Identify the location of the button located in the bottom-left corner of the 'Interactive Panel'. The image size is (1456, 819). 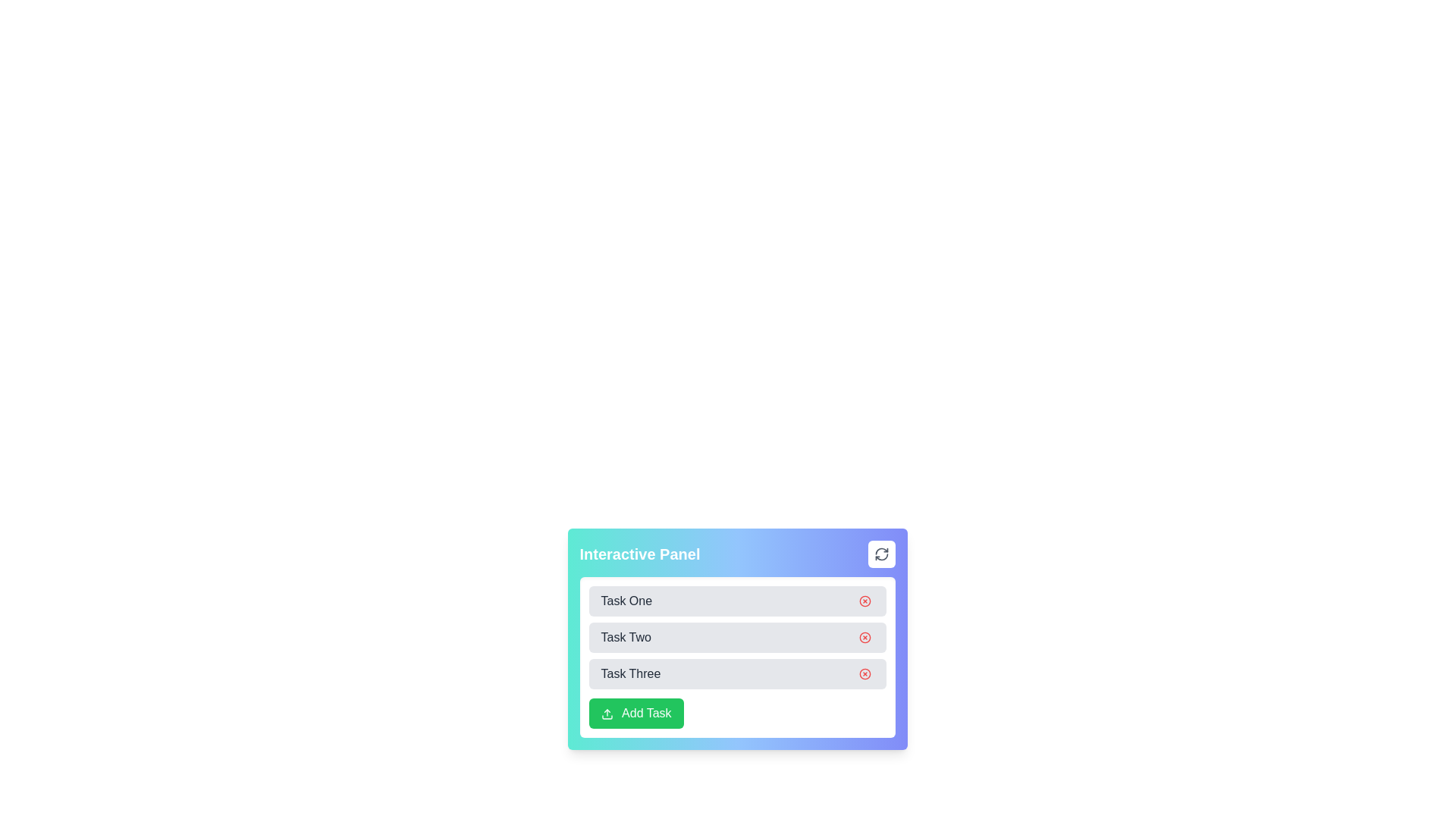
(636, 714).